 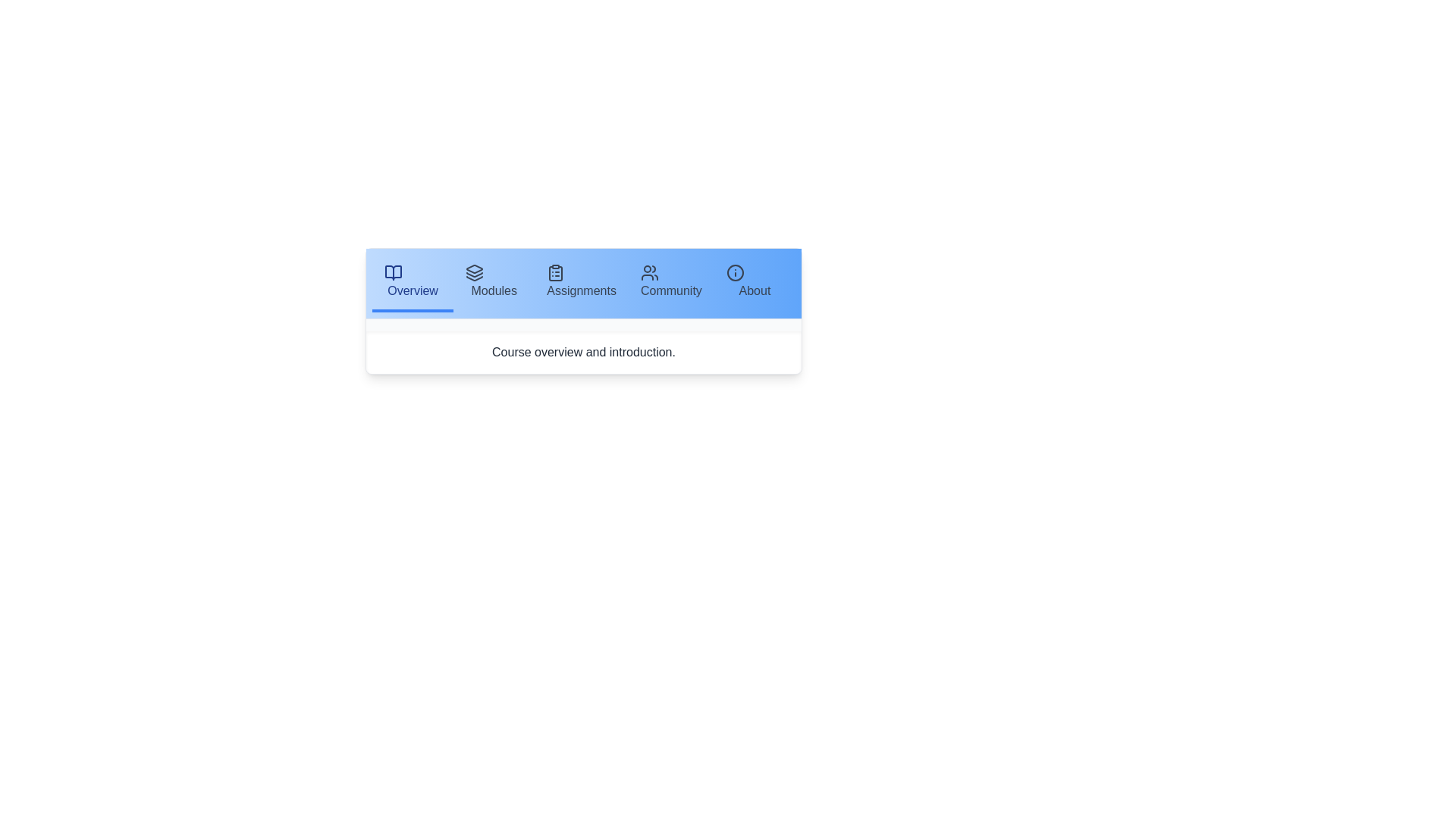 I want to click on the clipboard icon located above the 'Assignments' text in the navigation bar, so click(x=555, y=271).